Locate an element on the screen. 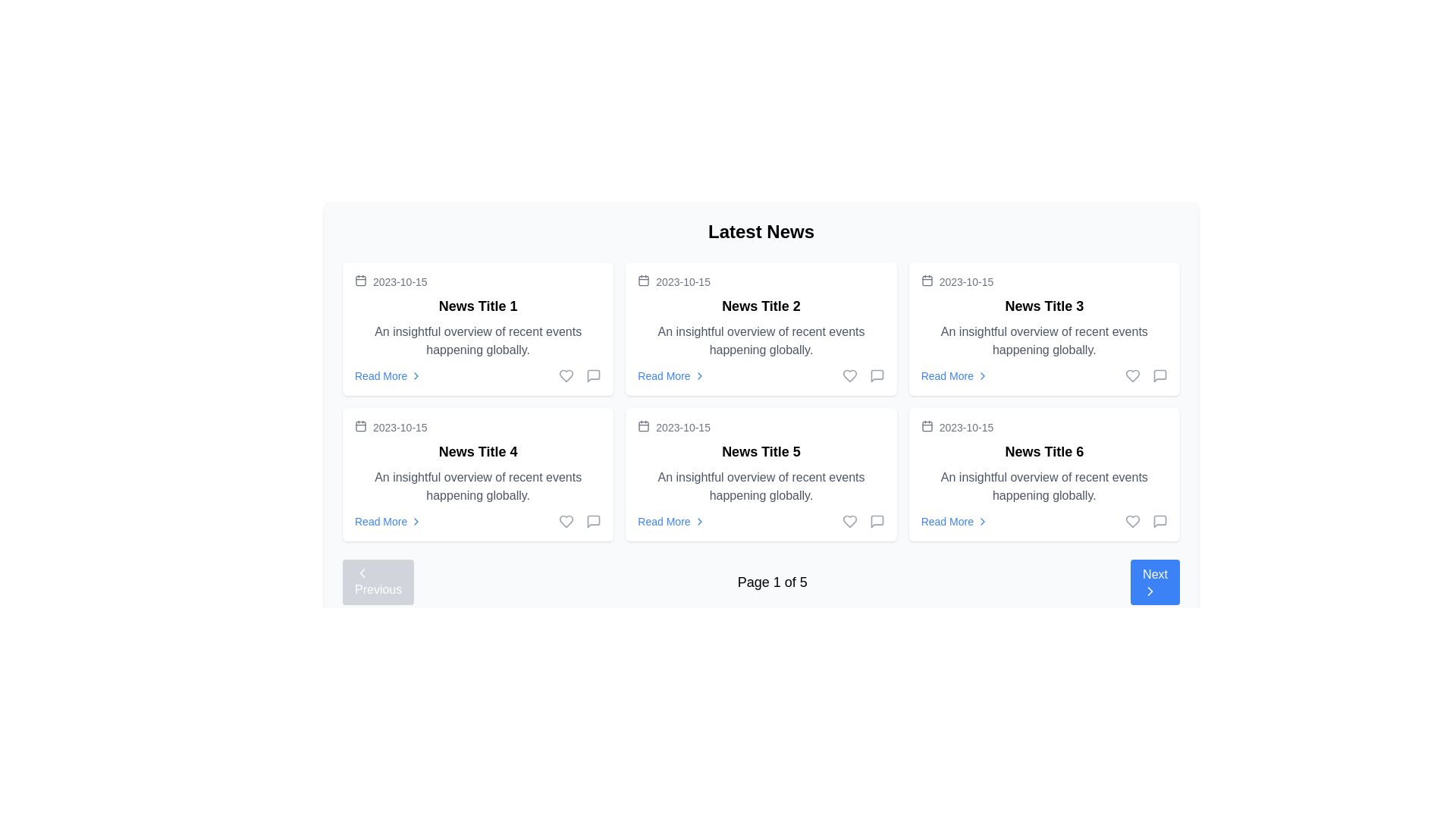 This screenshot has width=1456, height=819. the calendar icon representing the date '2023-10-15' in the news section of the interface is located at coordinates (644, 281).